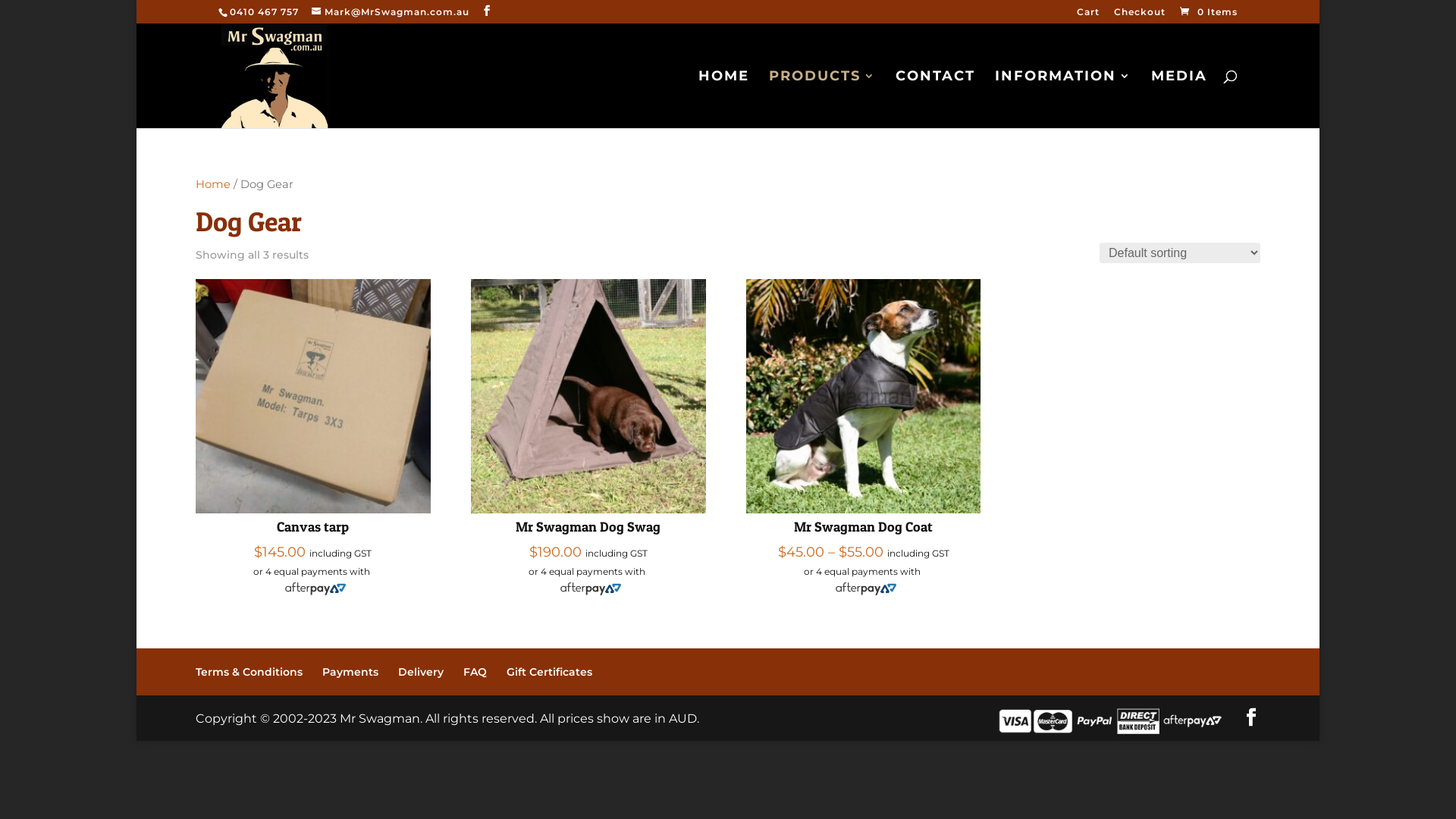 The height and width of the screenshot is (819, 1456). What do you see at coordinates (212, 184) in the screenshot?
I see `'Home'` at bounding box center [212, 184].